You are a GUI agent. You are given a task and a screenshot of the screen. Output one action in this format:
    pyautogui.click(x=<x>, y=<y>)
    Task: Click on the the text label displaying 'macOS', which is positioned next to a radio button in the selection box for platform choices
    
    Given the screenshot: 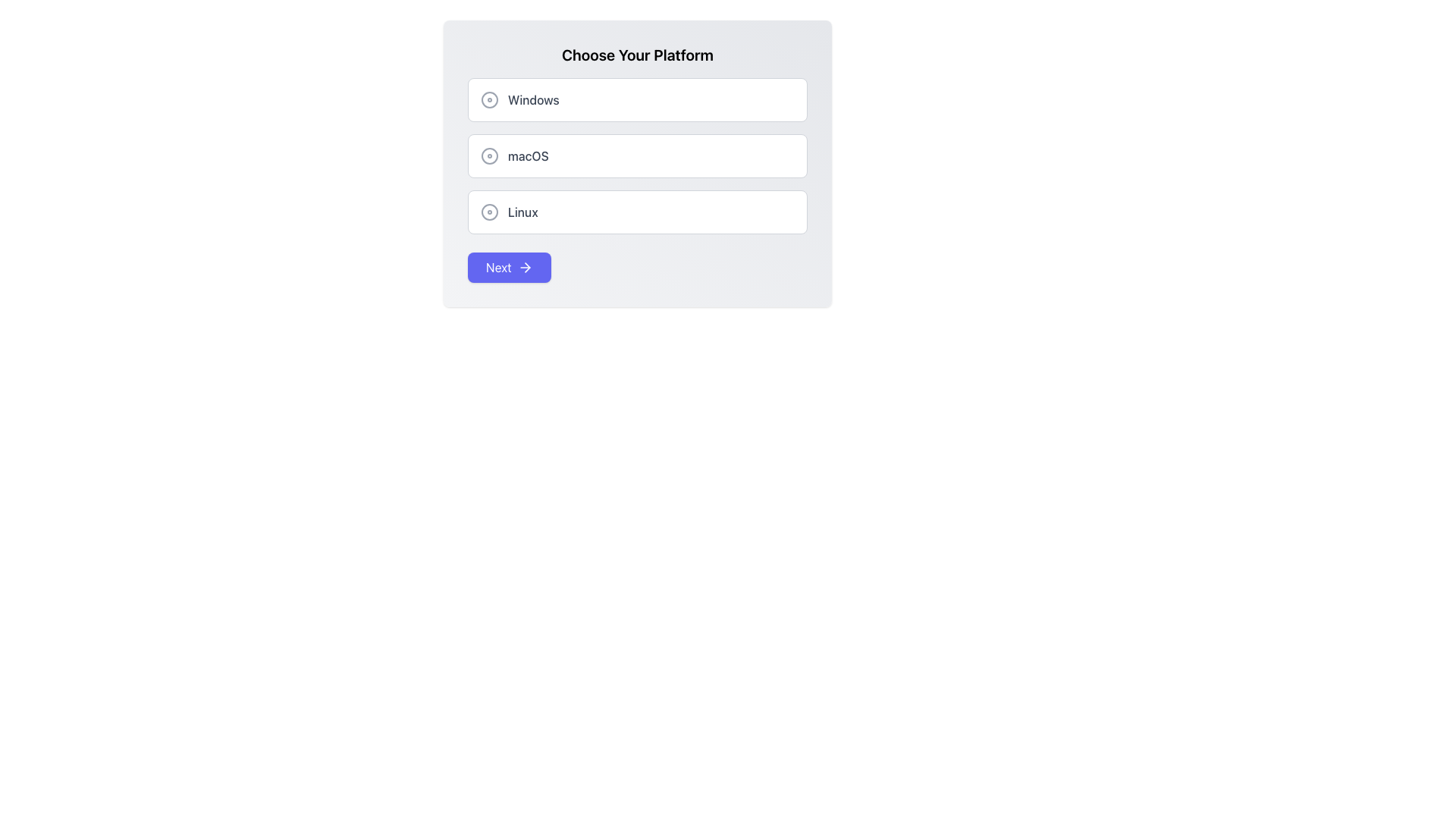 What is the action you would take?
    pyautogui.click(x=528, y=155)
    